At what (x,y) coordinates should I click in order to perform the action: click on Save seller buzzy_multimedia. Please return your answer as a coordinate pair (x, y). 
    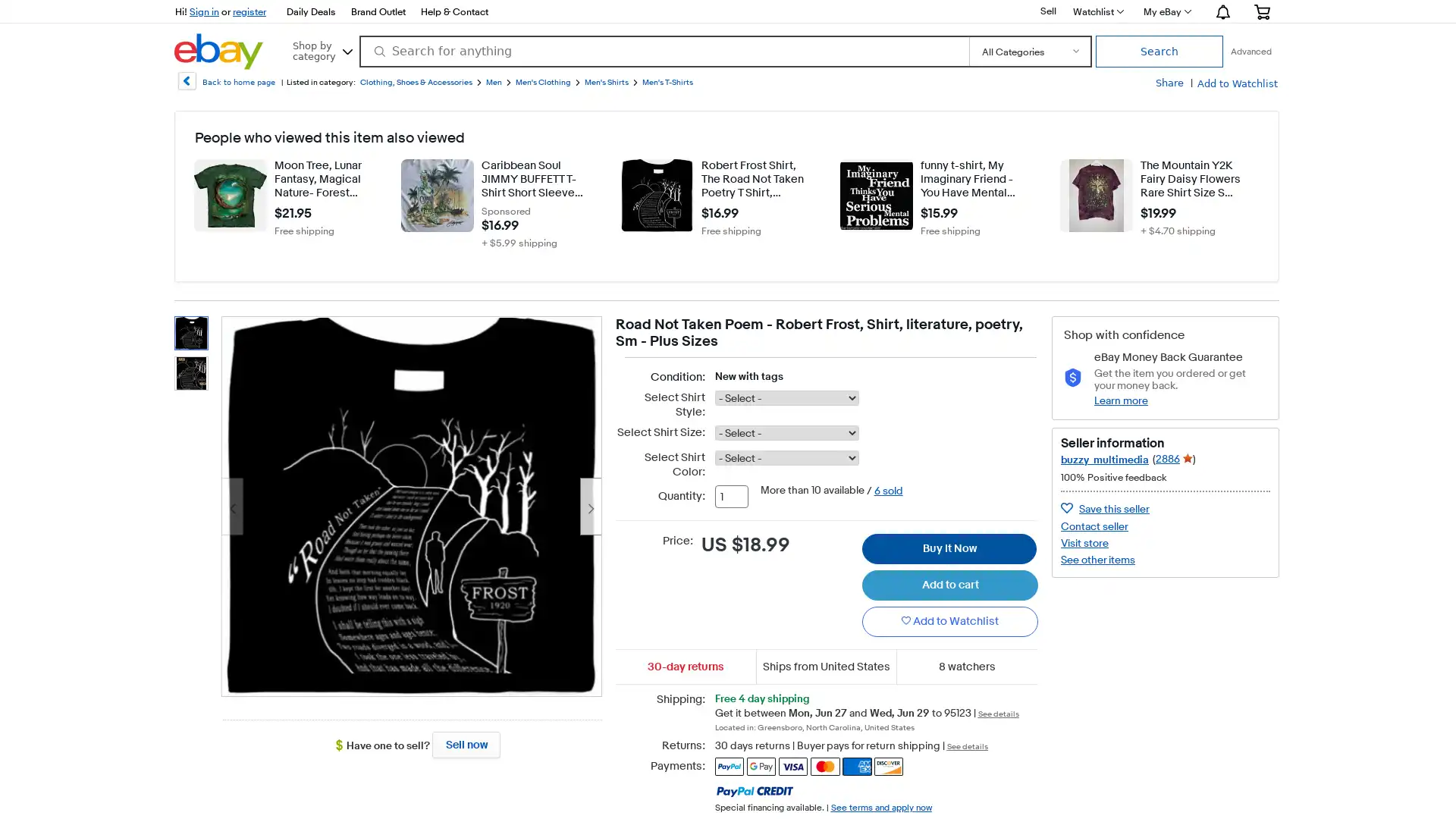
    Looking at the image, I should click on (1109, 507).